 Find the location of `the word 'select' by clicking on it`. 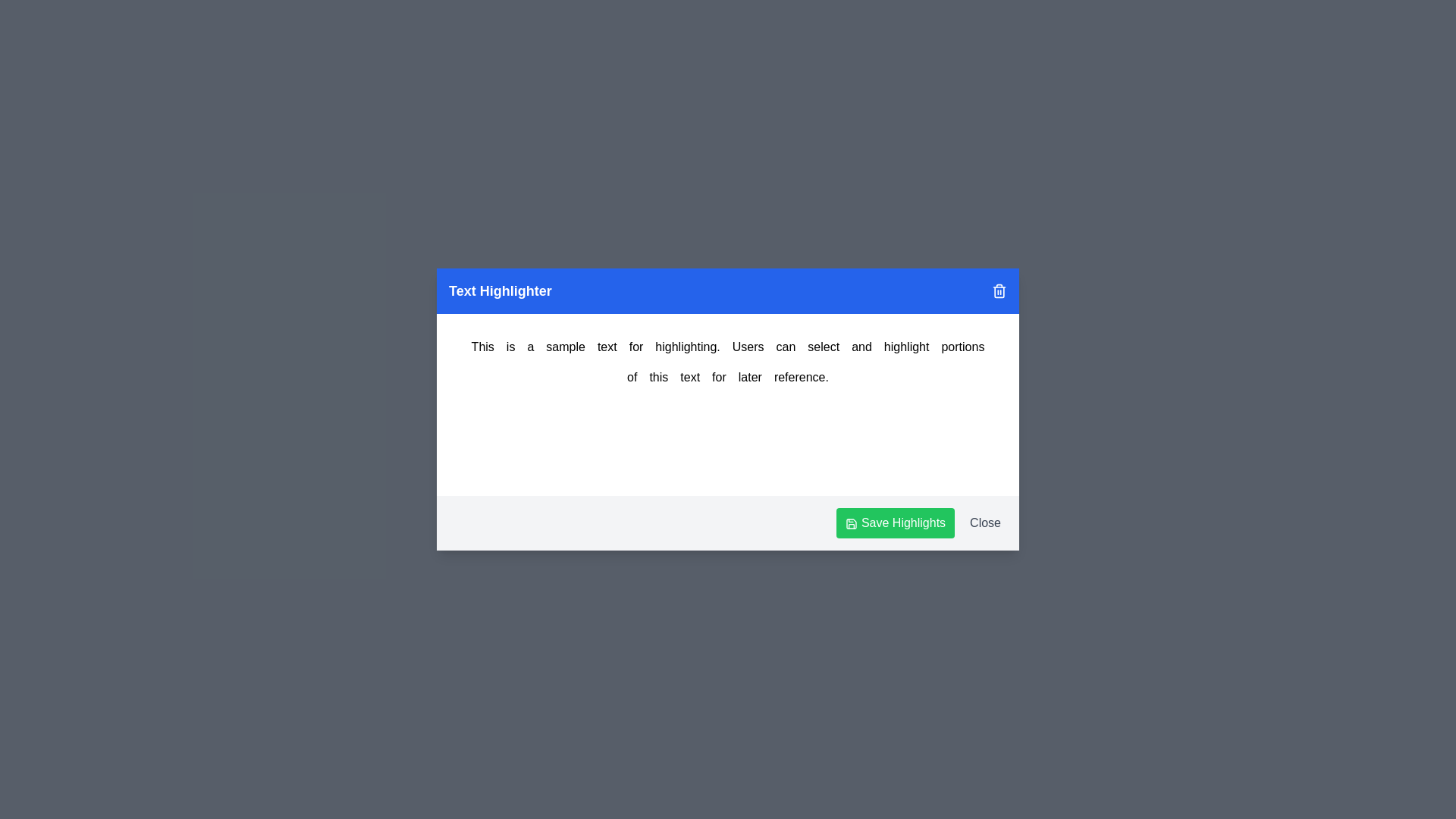

the word 'select' by clicking on it is located at coordinates (823, 347).